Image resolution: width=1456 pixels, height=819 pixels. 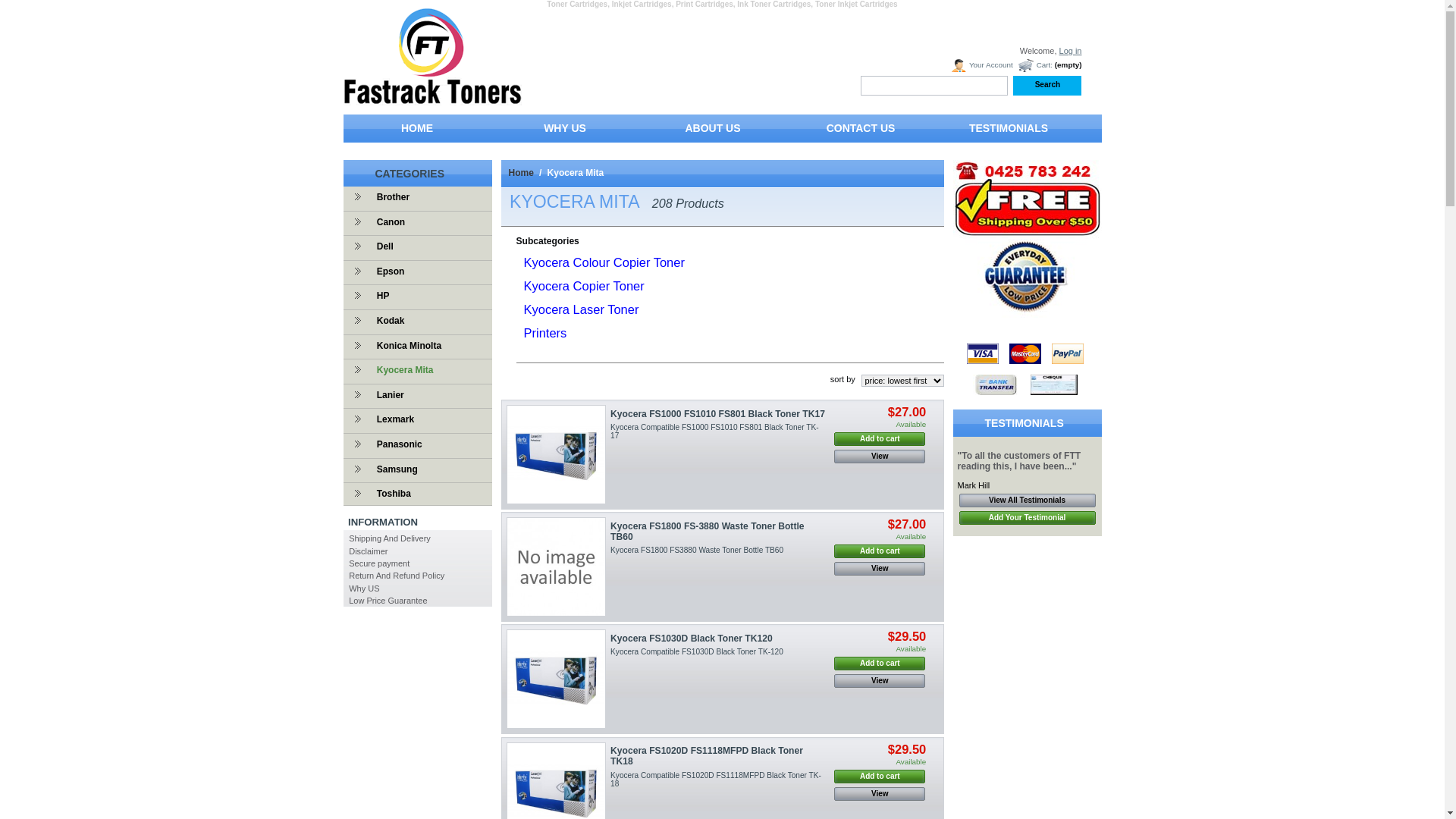 I want to click on 'HOME', so click(x=341, y=130).